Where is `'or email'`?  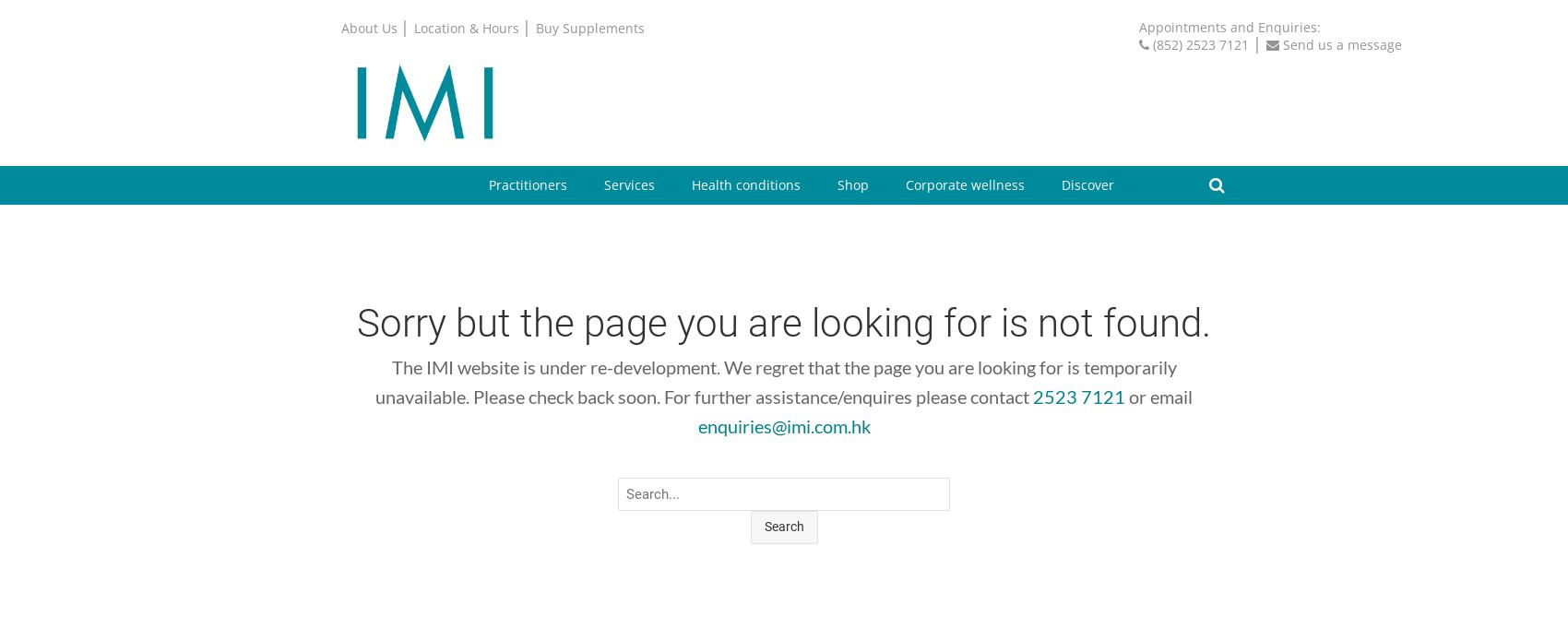
'or email' is located at coordinates (1123, 395).